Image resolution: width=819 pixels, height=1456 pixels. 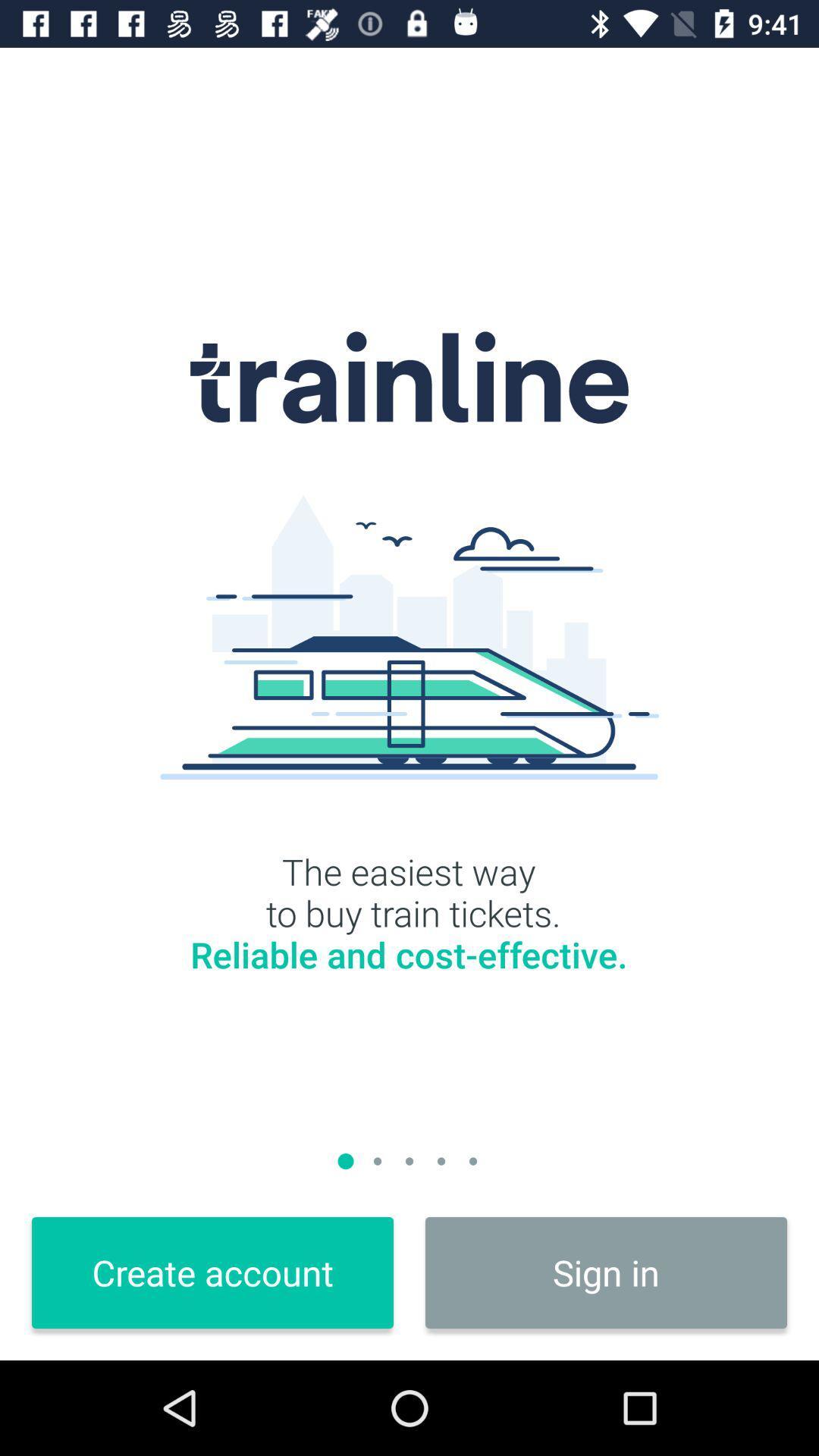 I want to click on create account item, so click(x=212, y=1272).